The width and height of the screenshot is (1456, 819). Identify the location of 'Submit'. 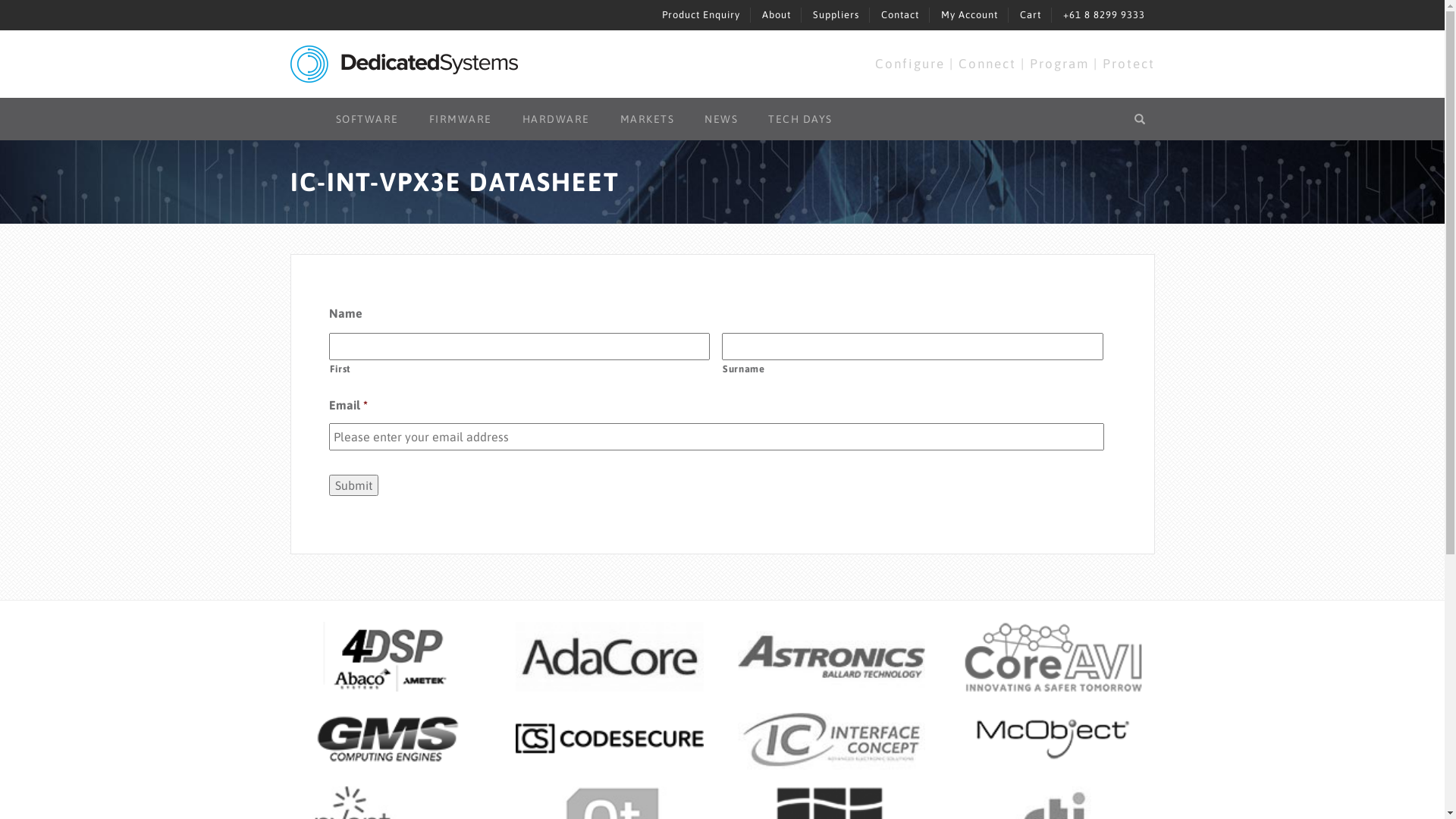
(353, 485).